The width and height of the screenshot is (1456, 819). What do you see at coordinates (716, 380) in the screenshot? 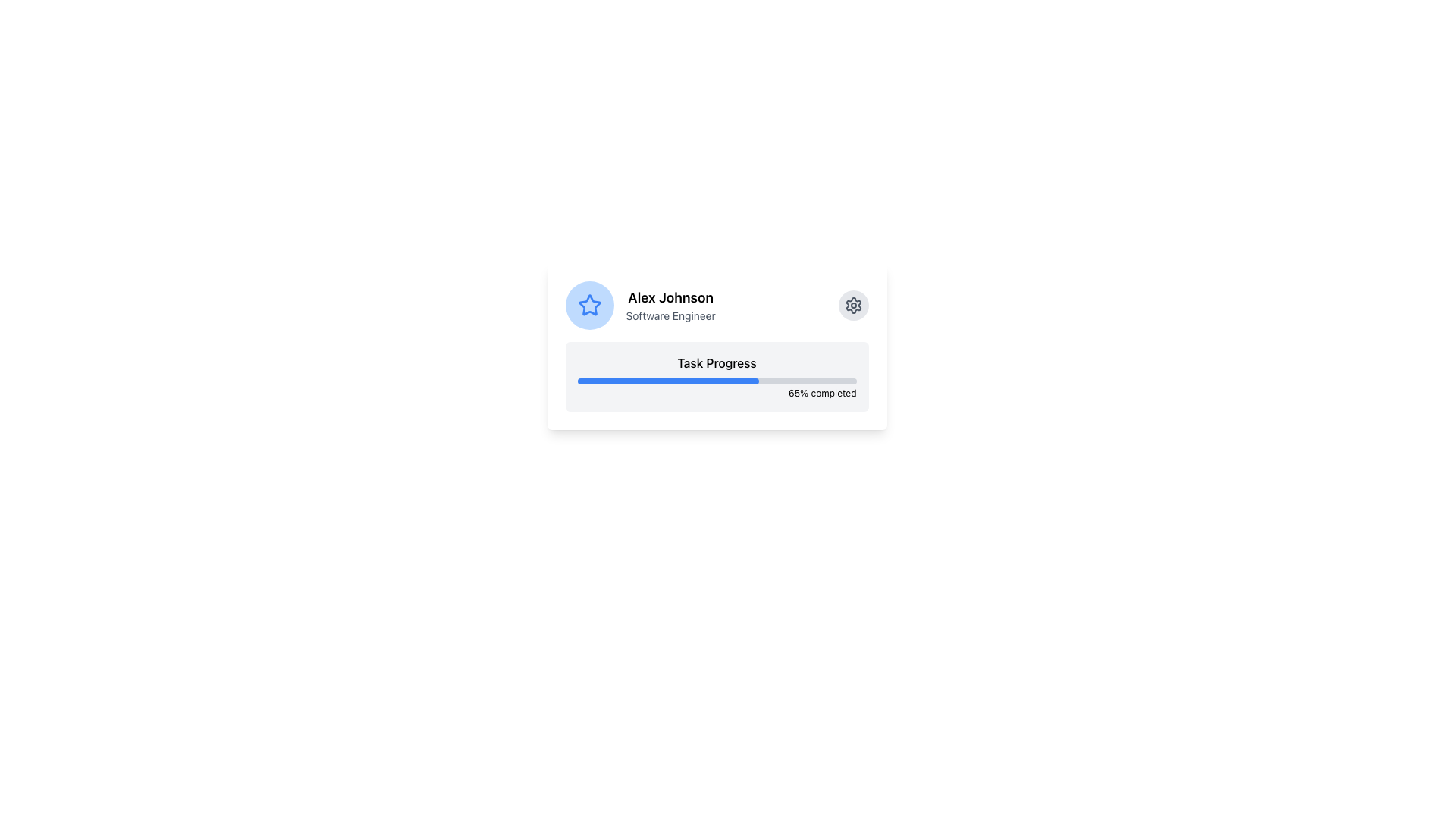
I see `the Progress Bar, which is a horizontal bar with rounded ends, featuring a lighter gray background and a blue progress segment extending to approximately 65% of its length, located beneath the label 'Task Progress' and aligned with '65% completed'` at bounding box center [716, 380].